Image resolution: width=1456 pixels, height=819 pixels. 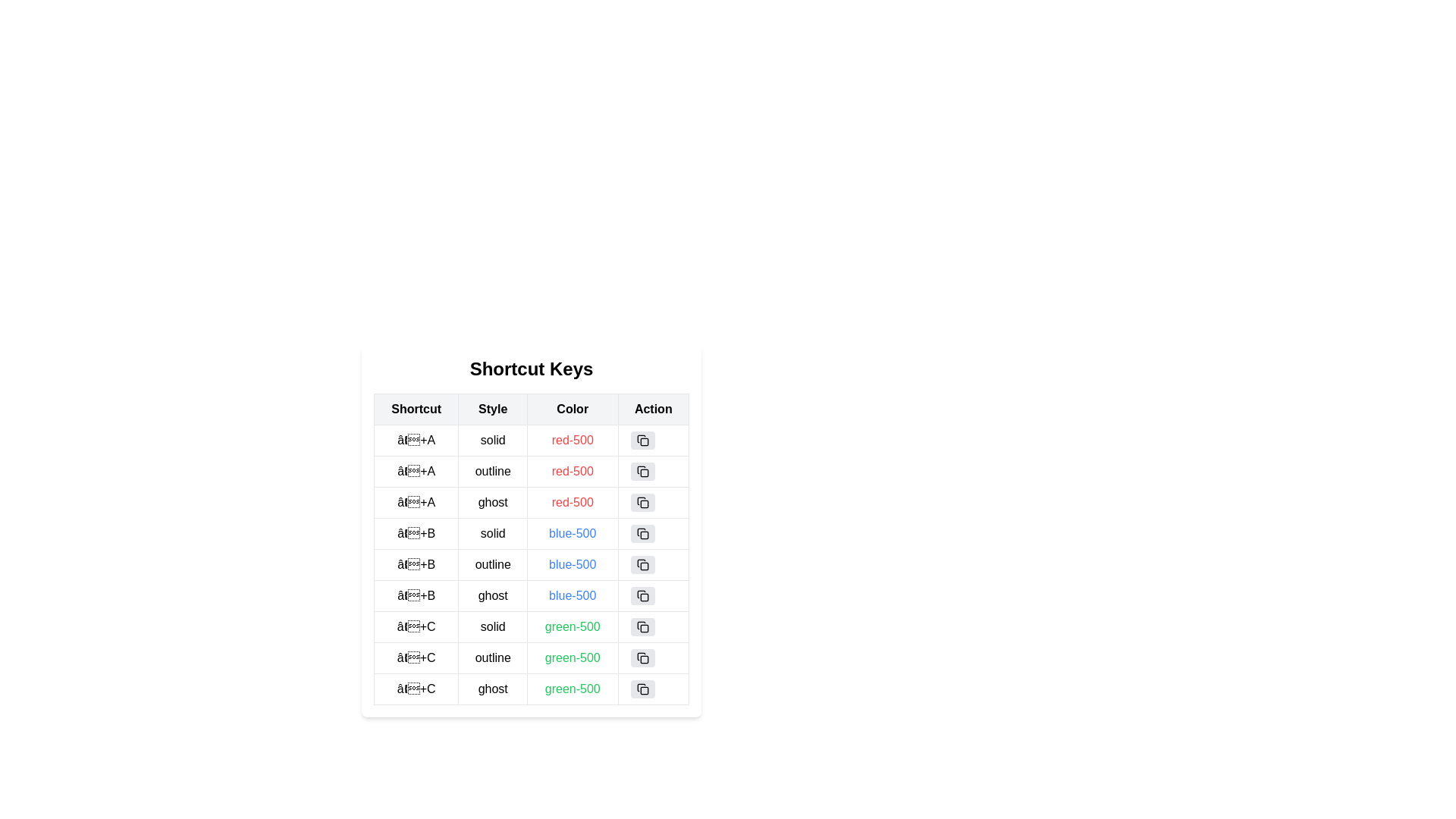 I want to click on the static text label displaying 'solid' in bold black font, located in the second column of the table under the header, adjacent to '⌘+A' in the Shortcut column and 'red-500' in the Color column, so click(x=493, y=441).